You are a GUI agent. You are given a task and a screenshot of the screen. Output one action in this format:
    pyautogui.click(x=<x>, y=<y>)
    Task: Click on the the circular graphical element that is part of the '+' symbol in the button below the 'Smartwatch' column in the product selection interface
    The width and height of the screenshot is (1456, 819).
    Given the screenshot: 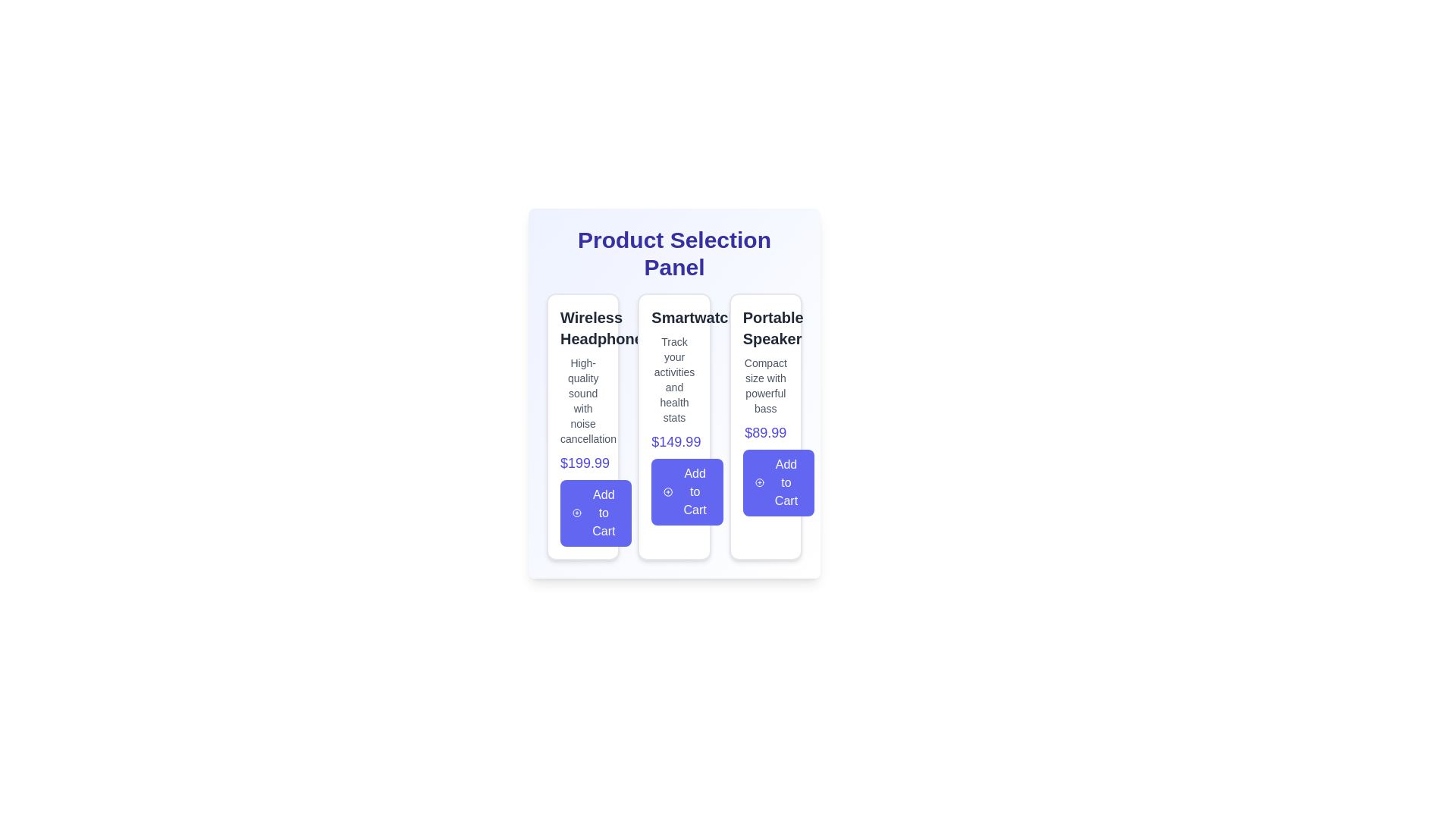 What is the action you would take?
    pyautogui.click(x=667, y=491)
    